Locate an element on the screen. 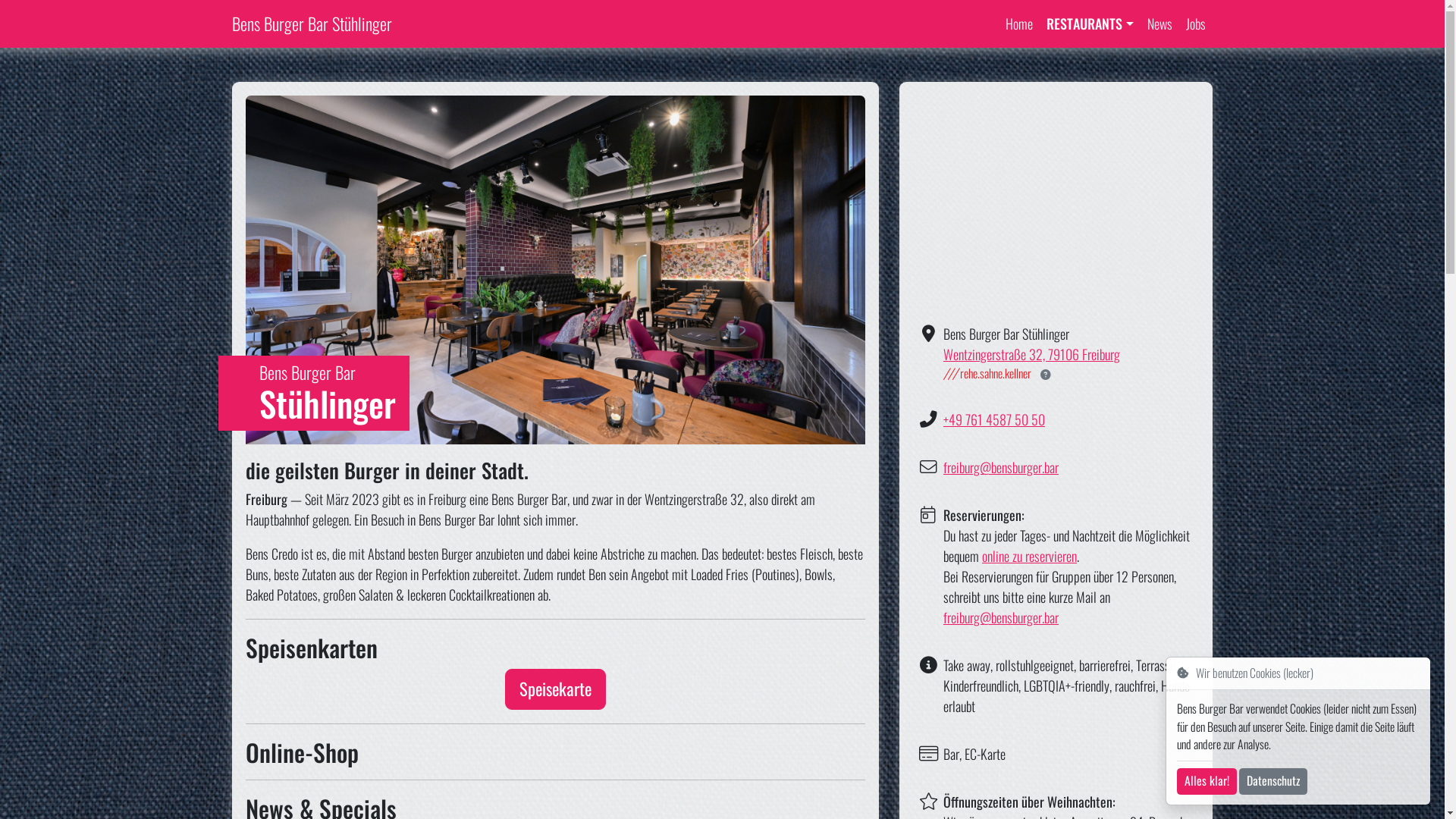 The width and height of the screenshot is (1456, 819). 'freiburg@bensburger.bar' is located at coordinates (1001, 466).